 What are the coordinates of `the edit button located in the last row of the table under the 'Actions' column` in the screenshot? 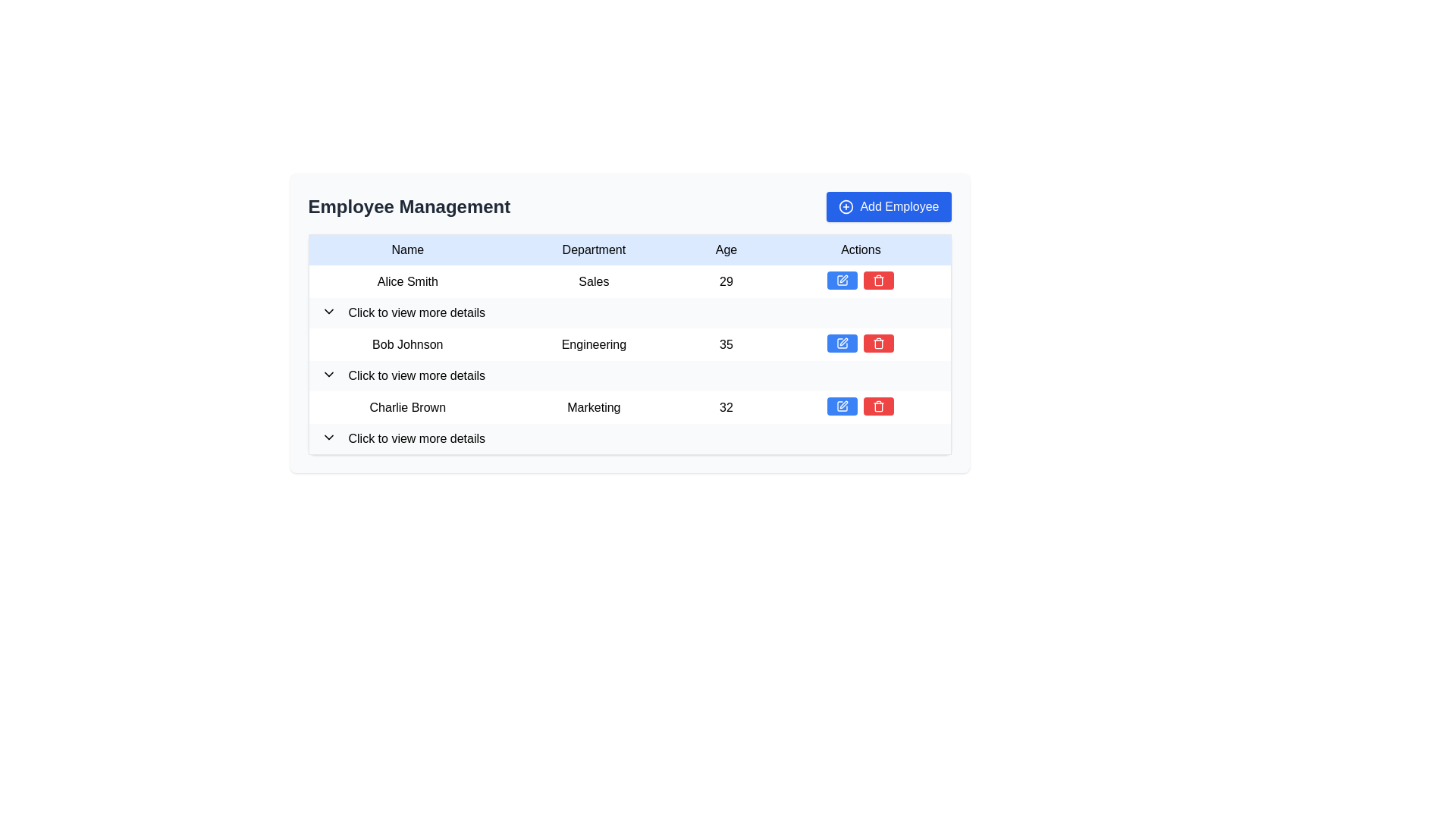 It's located at (842, 406).